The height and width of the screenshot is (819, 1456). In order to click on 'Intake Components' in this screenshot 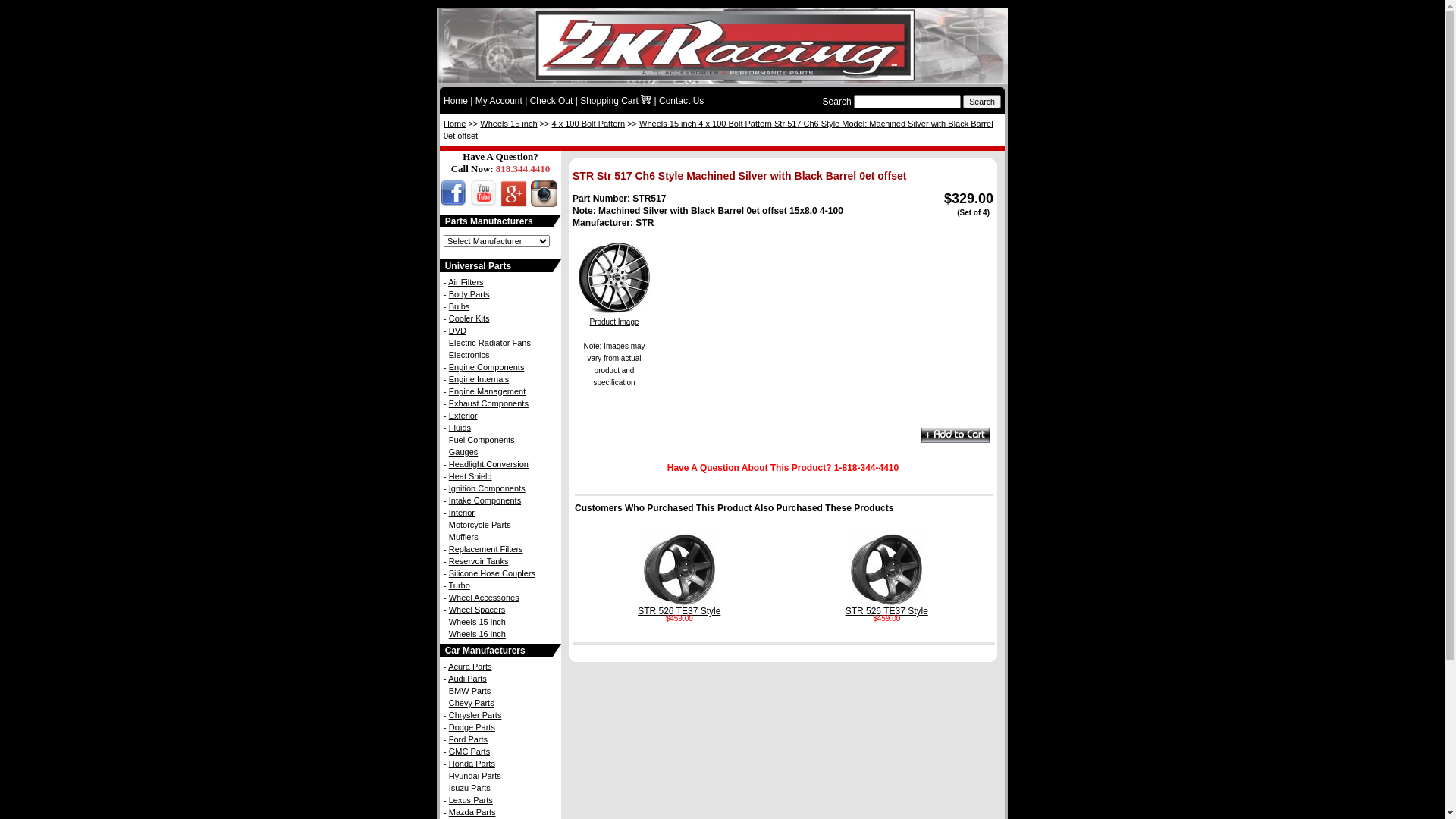, I will do `click(484, 500)`.